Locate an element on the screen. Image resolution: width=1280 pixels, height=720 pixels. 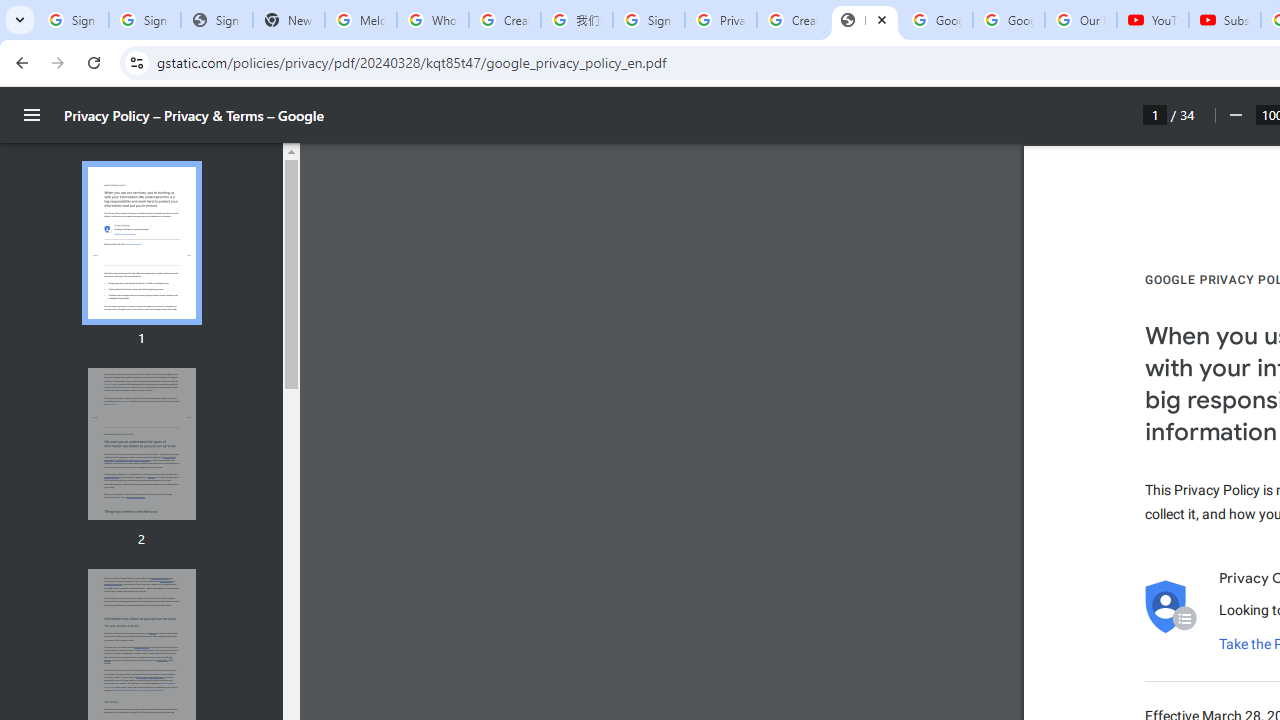
'YouTube' is located at coordinates (1153, 20).